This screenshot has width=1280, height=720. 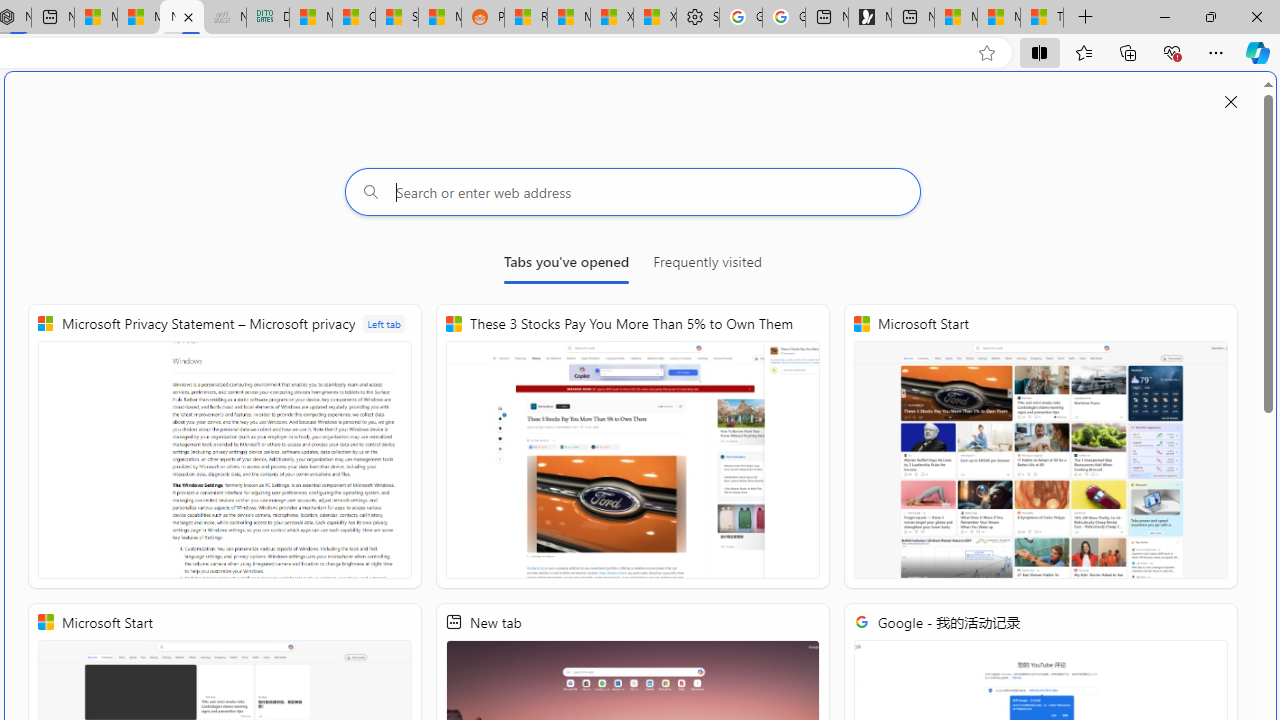 What do you see at coordinates (565, 265) in the screenshot?
I see `'Tabs you'` at bounding box center [565, 265].